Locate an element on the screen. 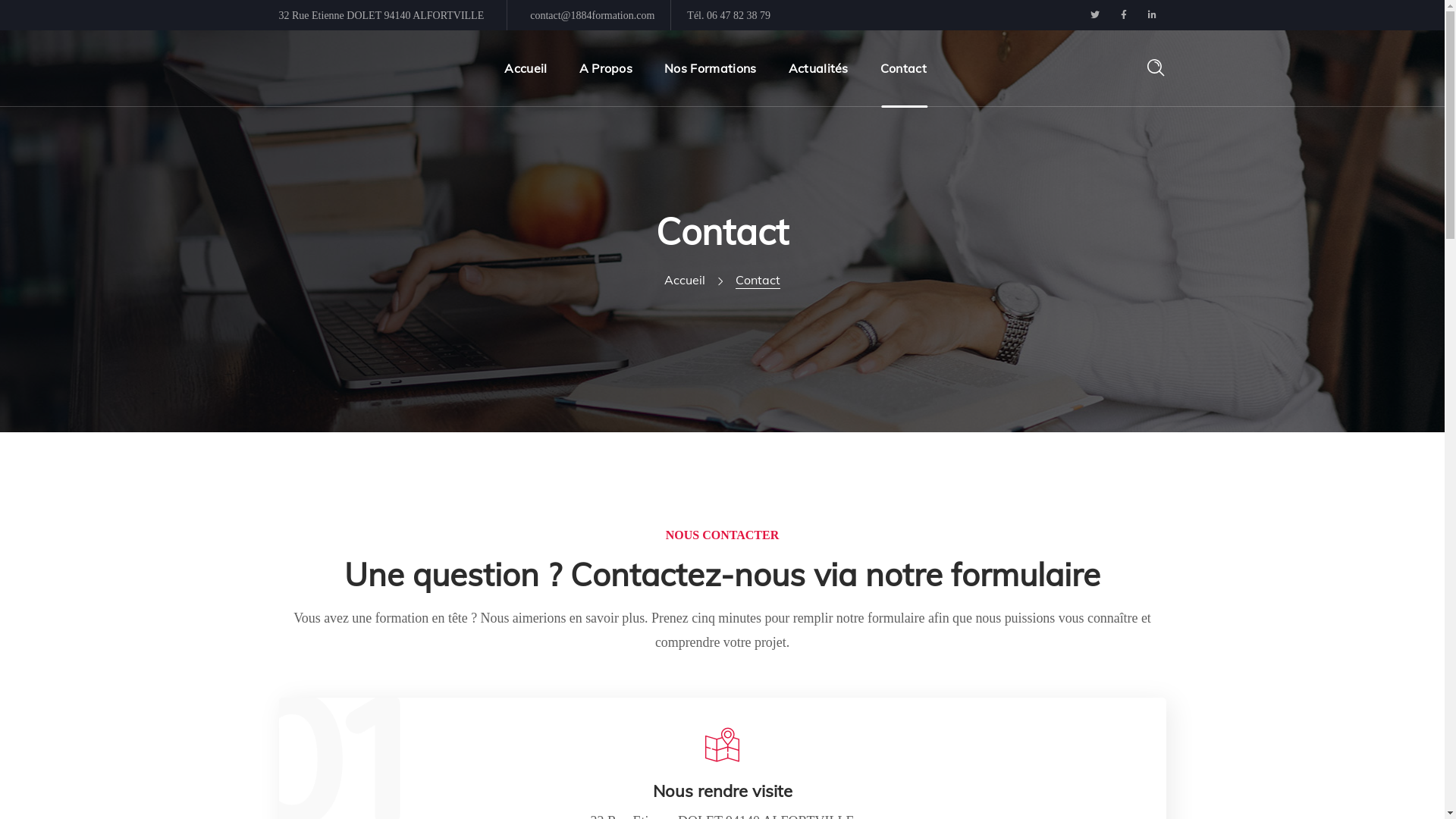 The image size is (1456, 819). 'Contact' is located at coordinates (903, 67).